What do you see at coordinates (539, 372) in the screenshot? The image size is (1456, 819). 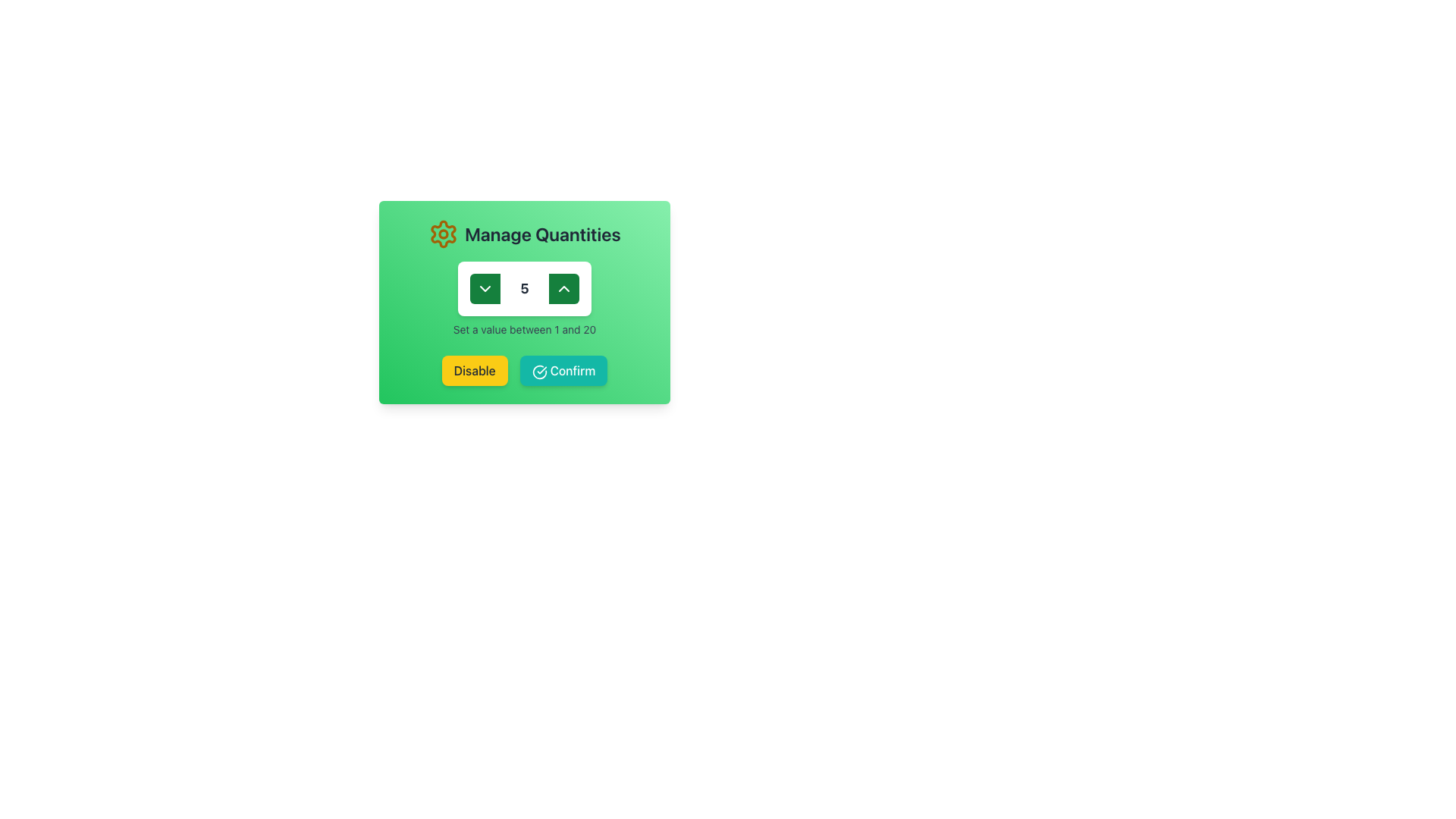 I see `the SVG Icon representing success or confirmation, which is located to the left of the 'Confirm' button in the green card UI` at bounding box center [539, 372].